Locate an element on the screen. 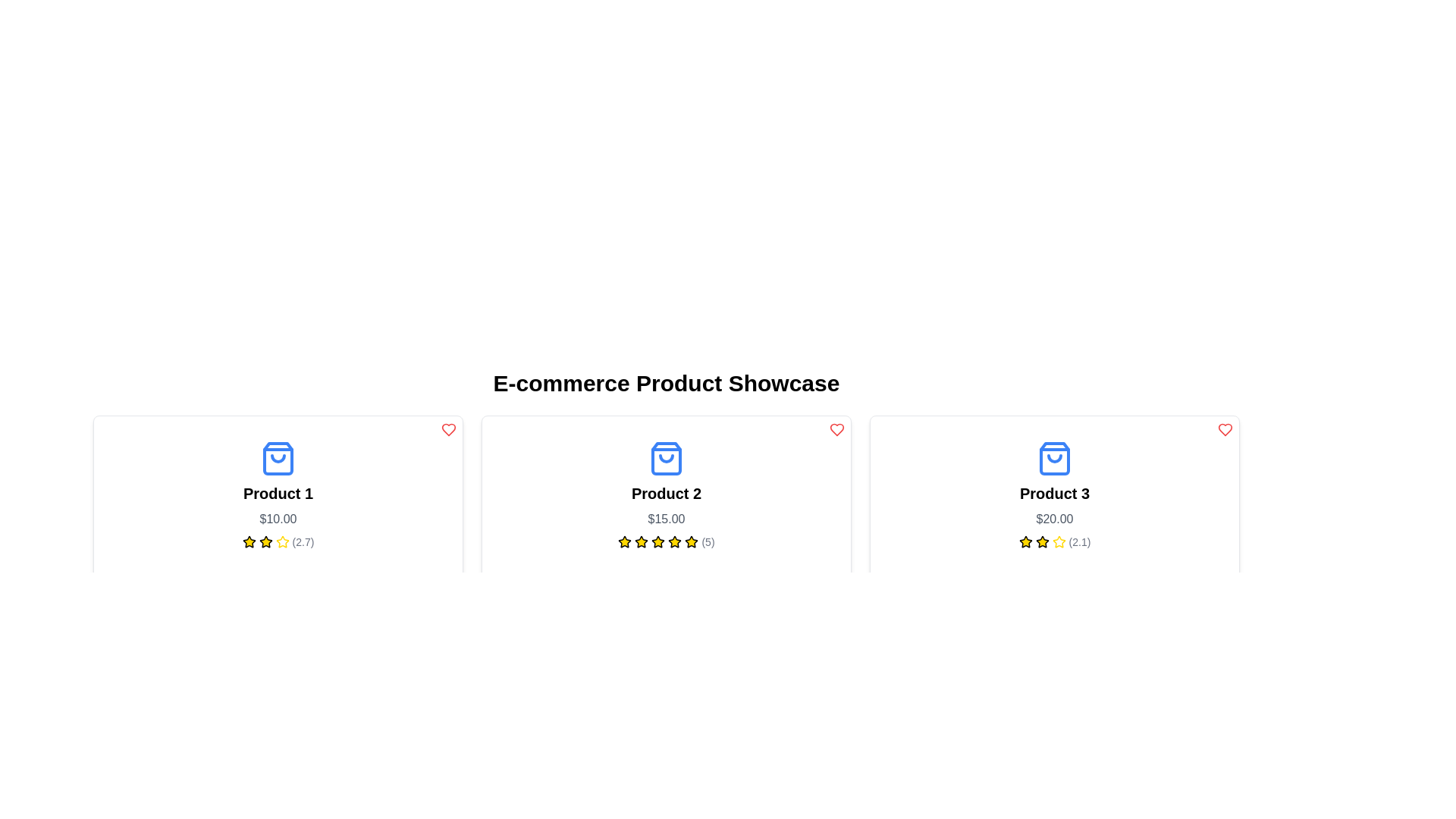 The image size is (1456, 819). the first gold-colored star icon in the star rating row under the Product 2 section is located at coordinates (625, 541).